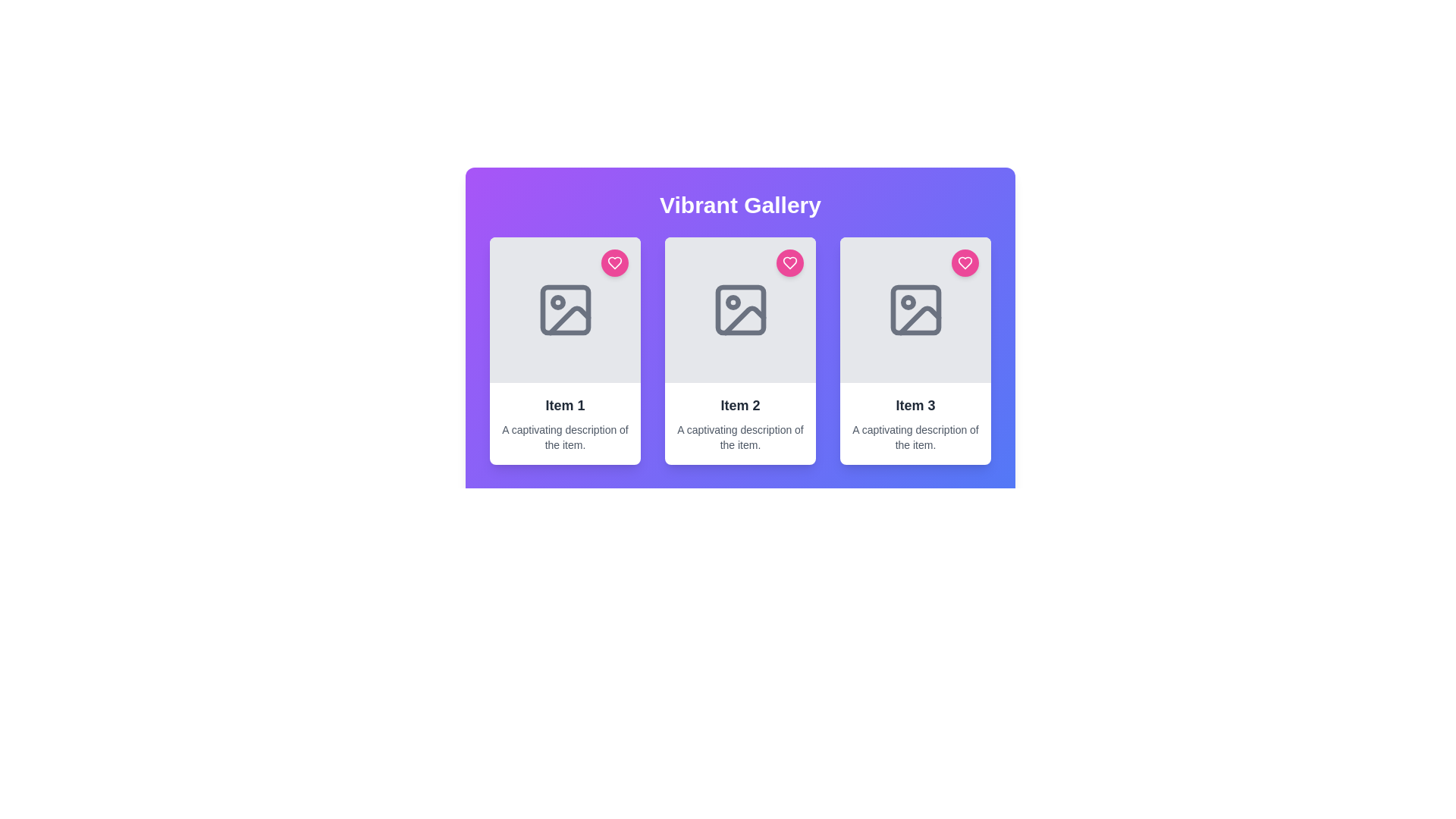 The image size is (1456, 819). Describe the element at coordinates (740, 438) in the screenshot. I see `the descriptive text element located directly below the header 'Item 2' in the second card of the gallery` at that location.